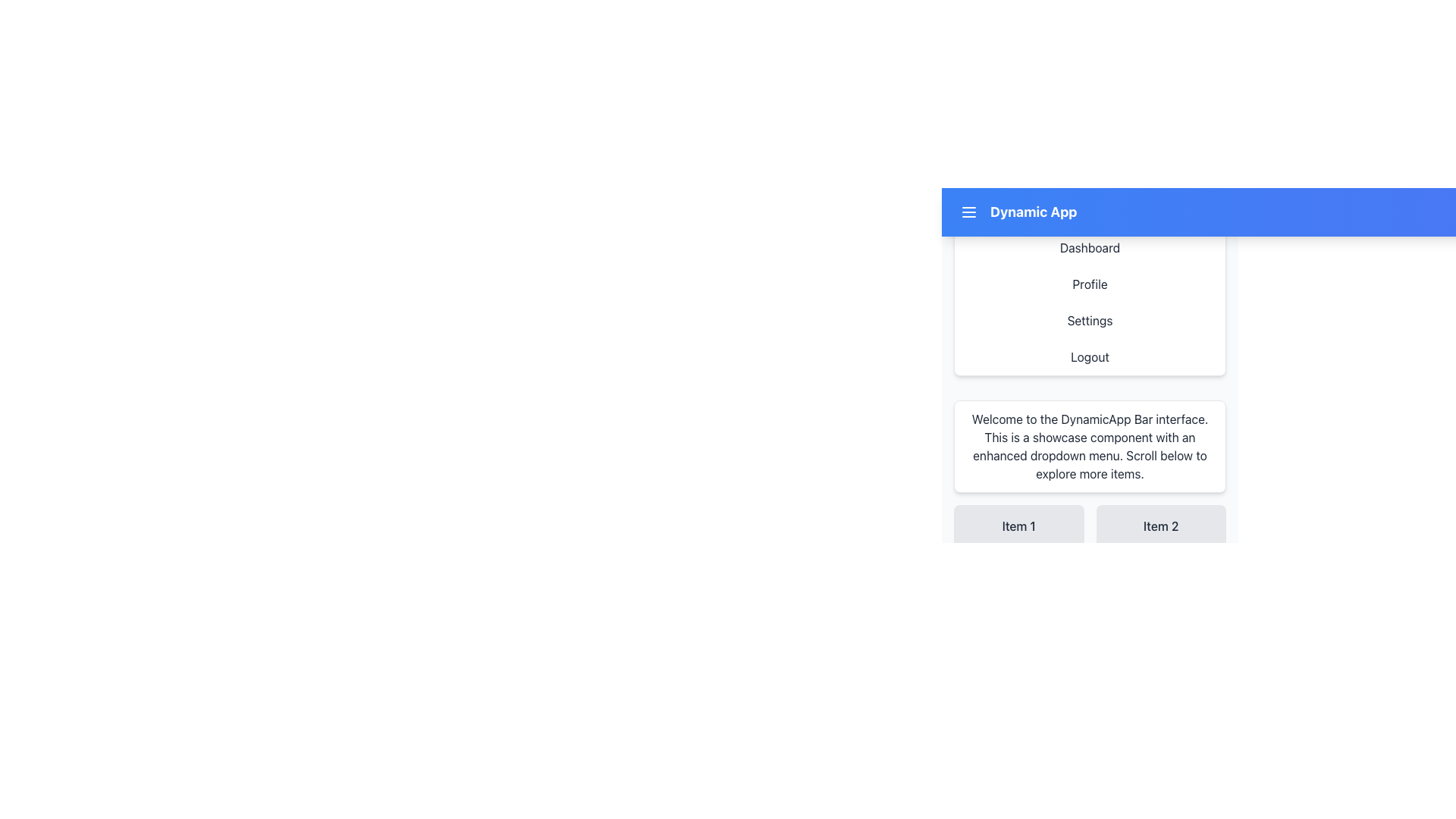  What do you see at coordinates (1089, 446) in the screenshot?
I see `informational text block located centrally above the grid of items, which welcomes users and guides them to explore the dropdown menu and additional items below` at bounding box center [1089, 446].